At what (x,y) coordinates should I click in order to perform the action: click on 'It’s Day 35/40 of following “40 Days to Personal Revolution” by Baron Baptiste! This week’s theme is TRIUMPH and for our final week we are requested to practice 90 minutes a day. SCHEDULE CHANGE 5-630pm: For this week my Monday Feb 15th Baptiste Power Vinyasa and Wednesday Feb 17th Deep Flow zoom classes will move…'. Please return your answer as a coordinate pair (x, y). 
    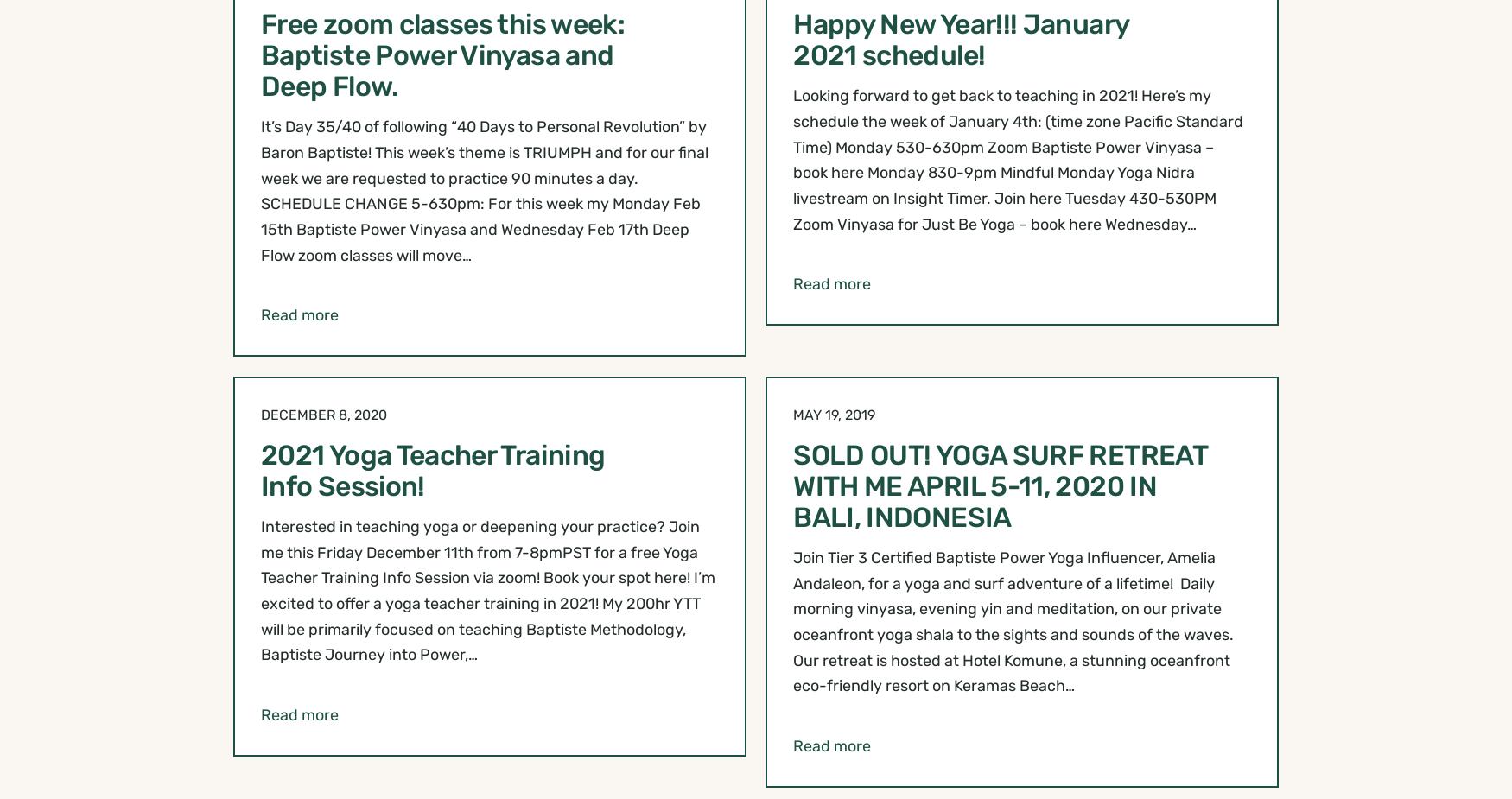
    Looking at the image, I should click on (484, 189).